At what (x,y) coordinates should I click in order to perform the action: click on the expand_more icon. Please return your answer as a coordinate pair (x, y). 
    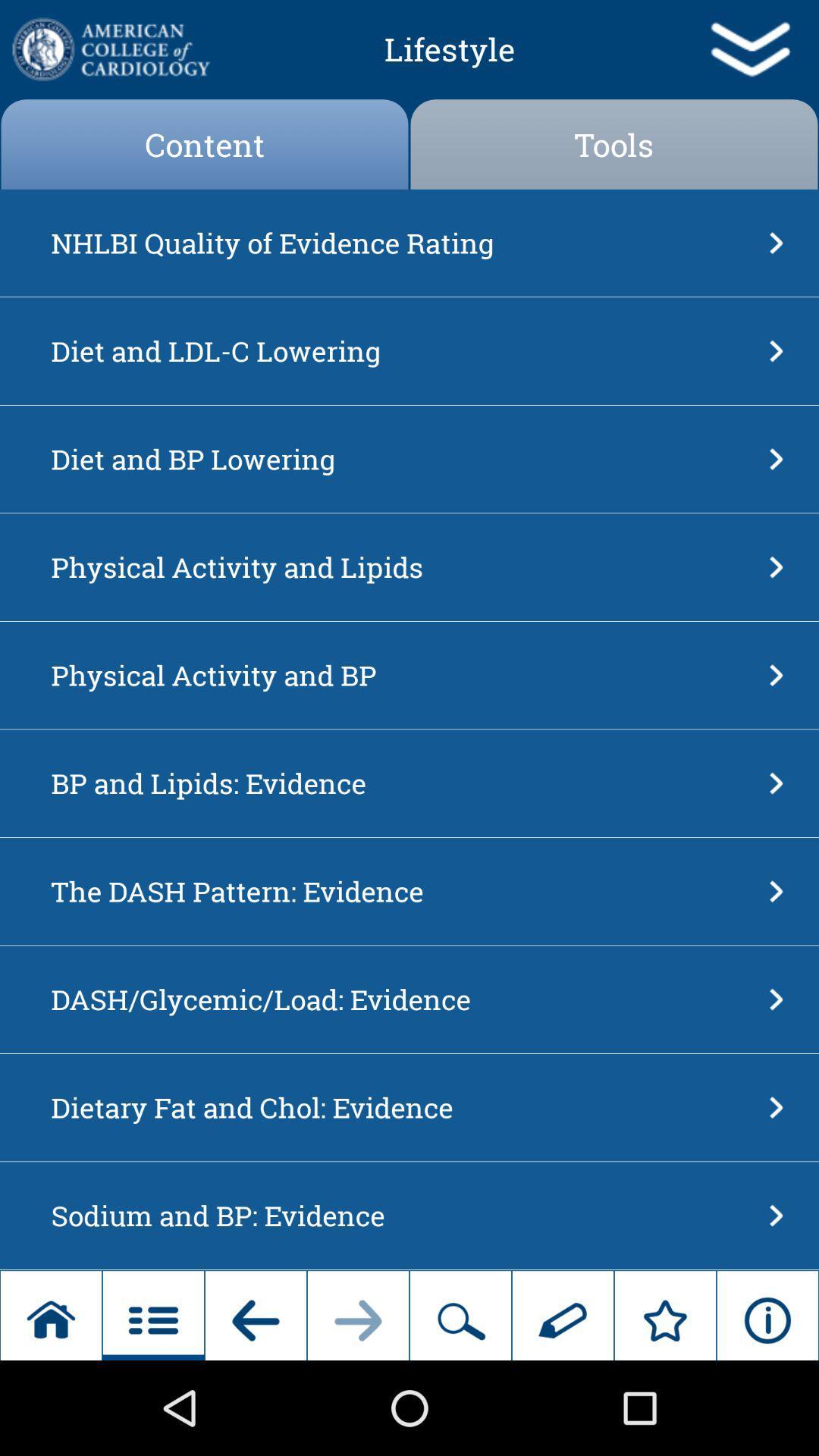
    Looking at the image, I should click on (748, 52).